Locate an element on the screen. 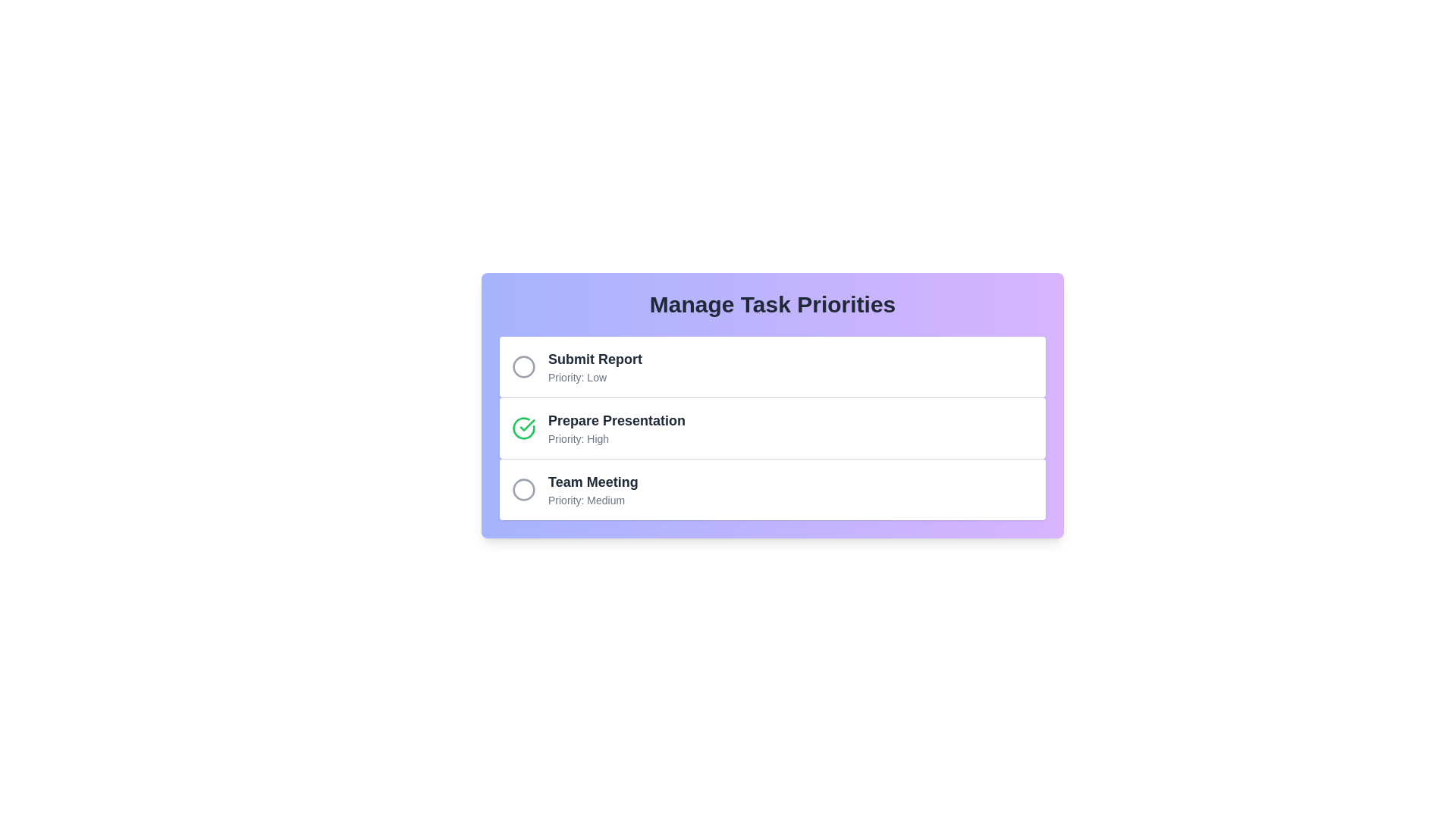  the task Team Meeting to observe hover effects is located at coordinates (524, 489).